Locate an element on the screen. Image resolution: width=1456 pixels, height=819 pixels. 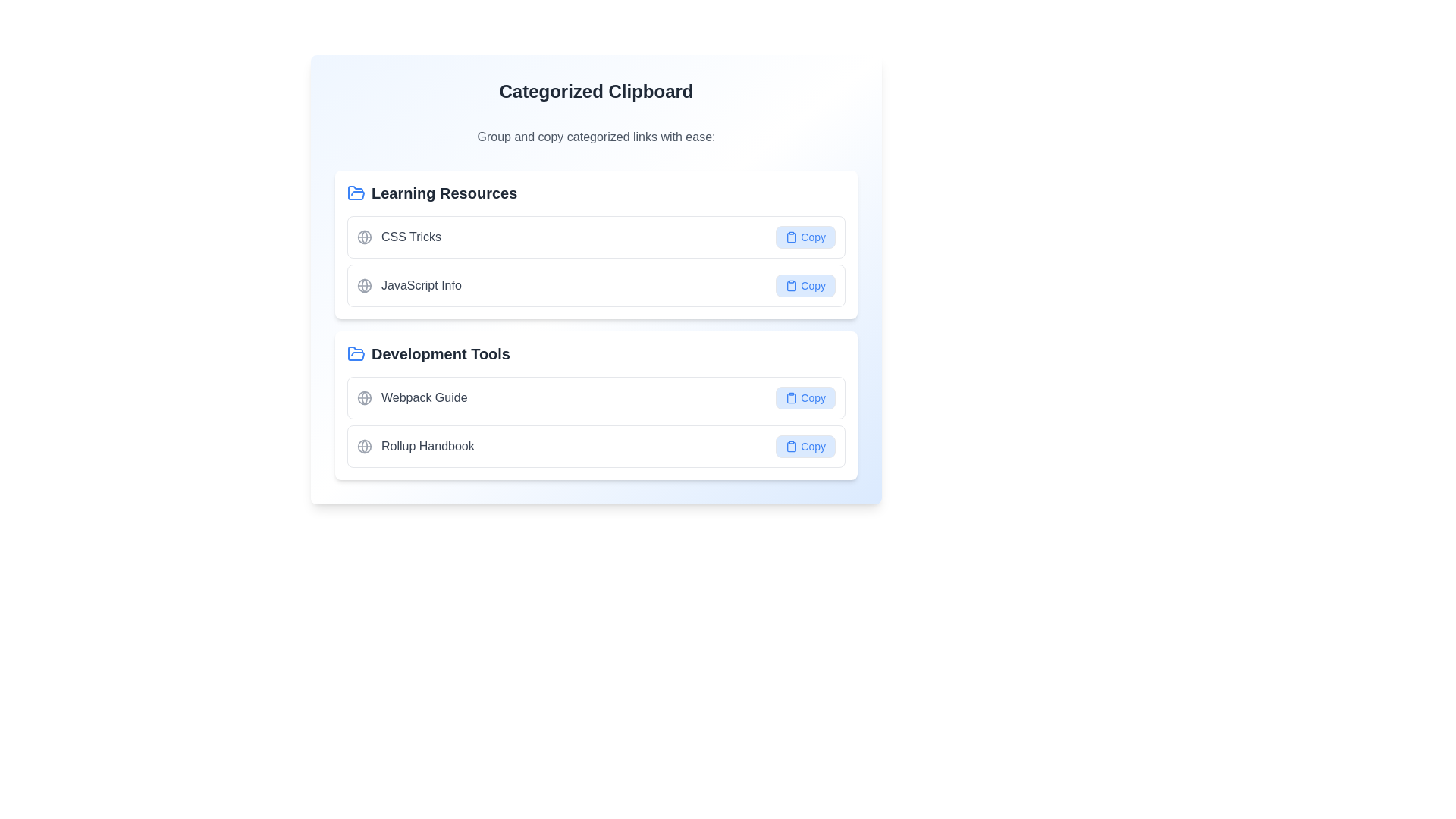
the 'Copy' button with rounded corners and a light blue background, located in the bottom-right corner of the 'Rollup Handbook' group is located at coordinates (805, 446).